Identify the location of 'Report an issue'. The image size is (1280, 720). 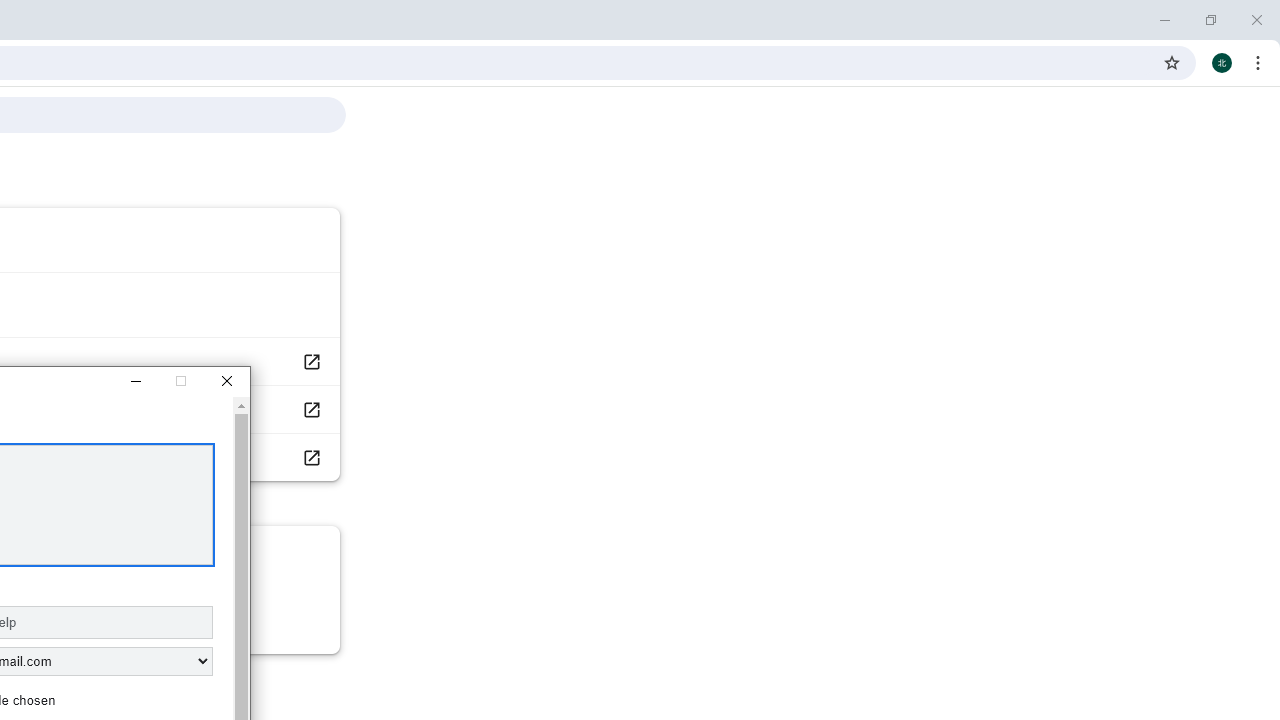
(310, 408).